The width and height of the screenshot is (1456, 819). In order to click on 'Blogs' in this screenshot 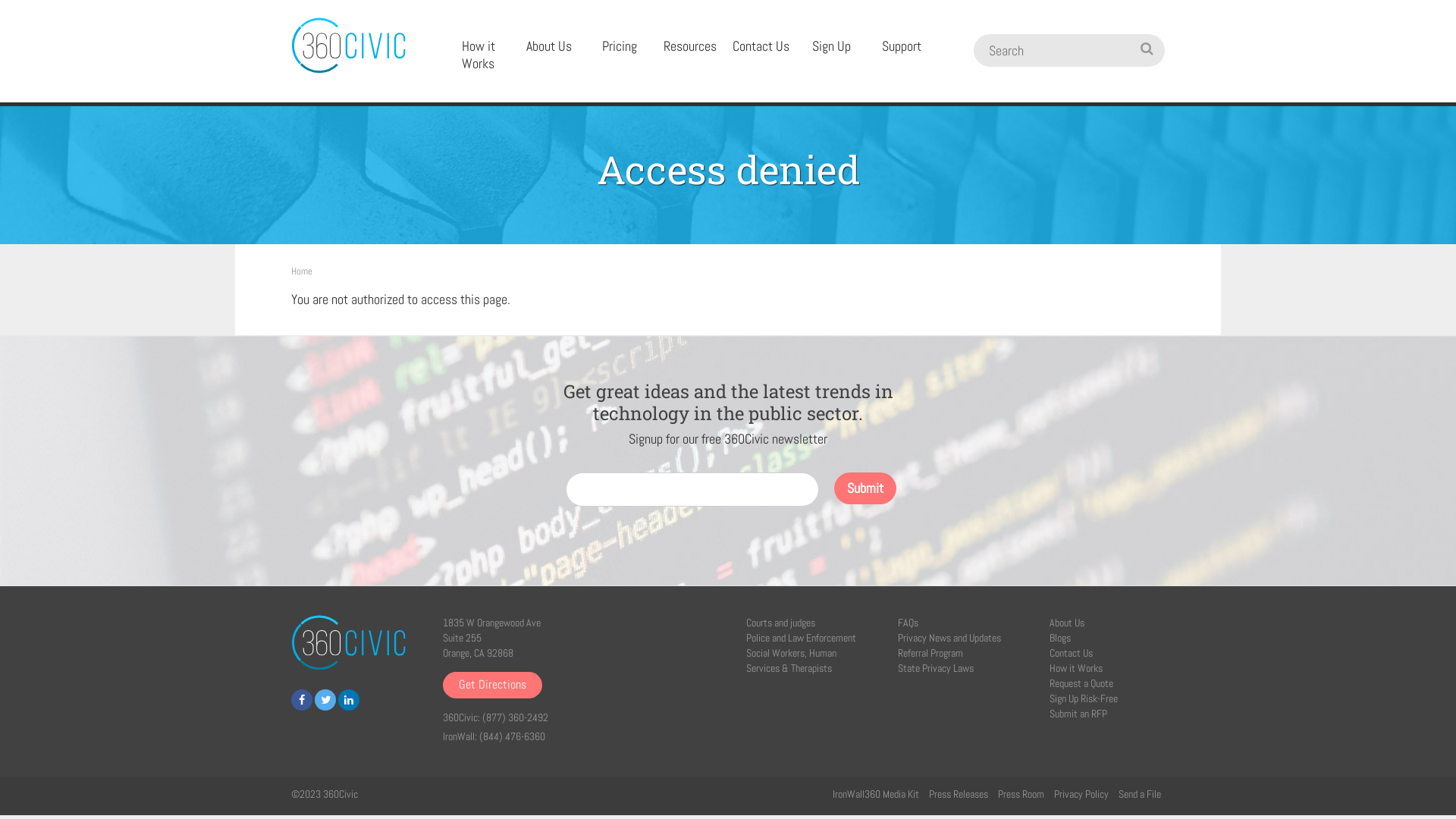, I will do `click(1059, 637)`.